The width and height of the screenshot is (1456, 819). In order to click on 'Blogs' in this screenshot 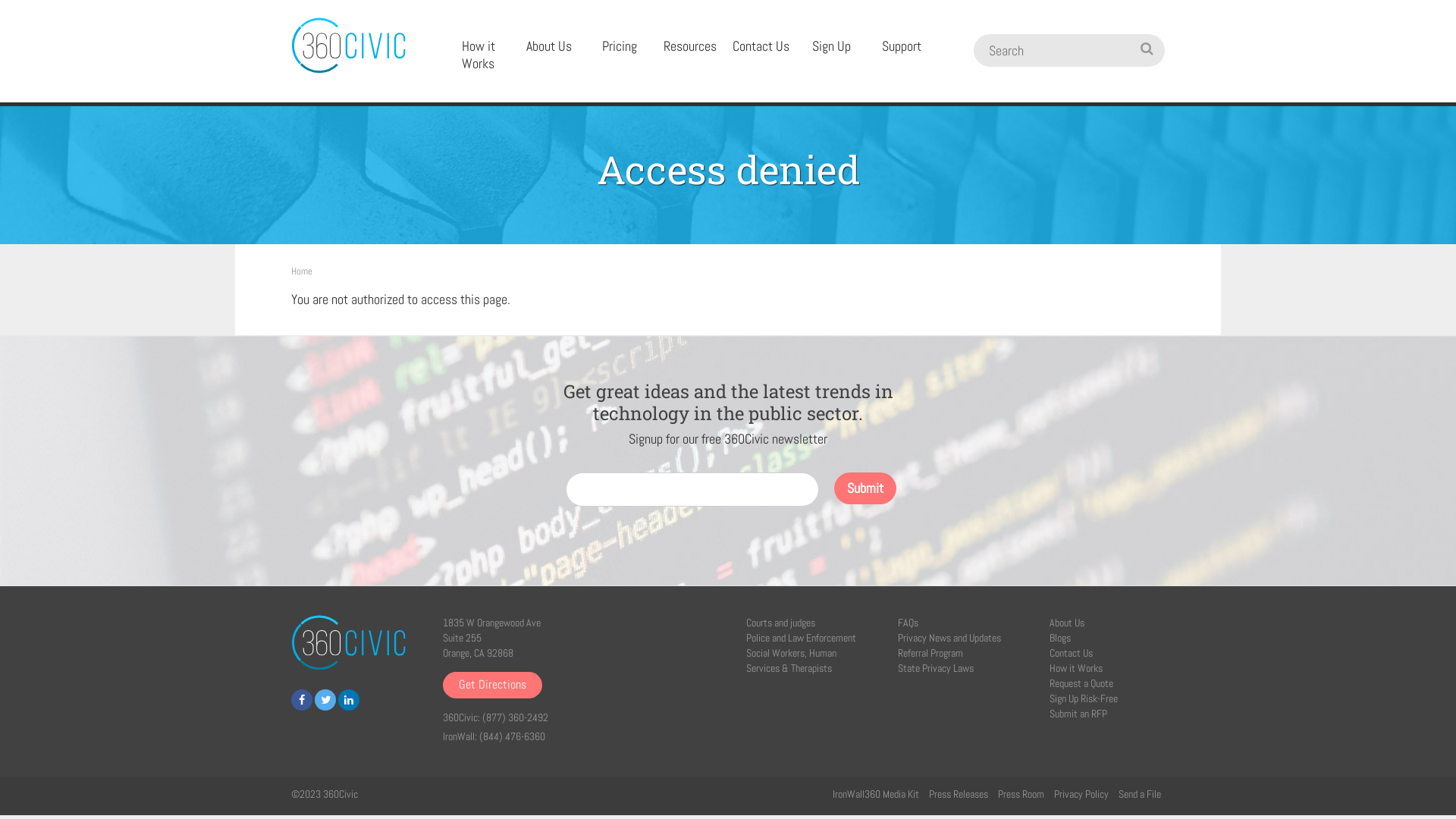, I will do `click(1059, 637)`.